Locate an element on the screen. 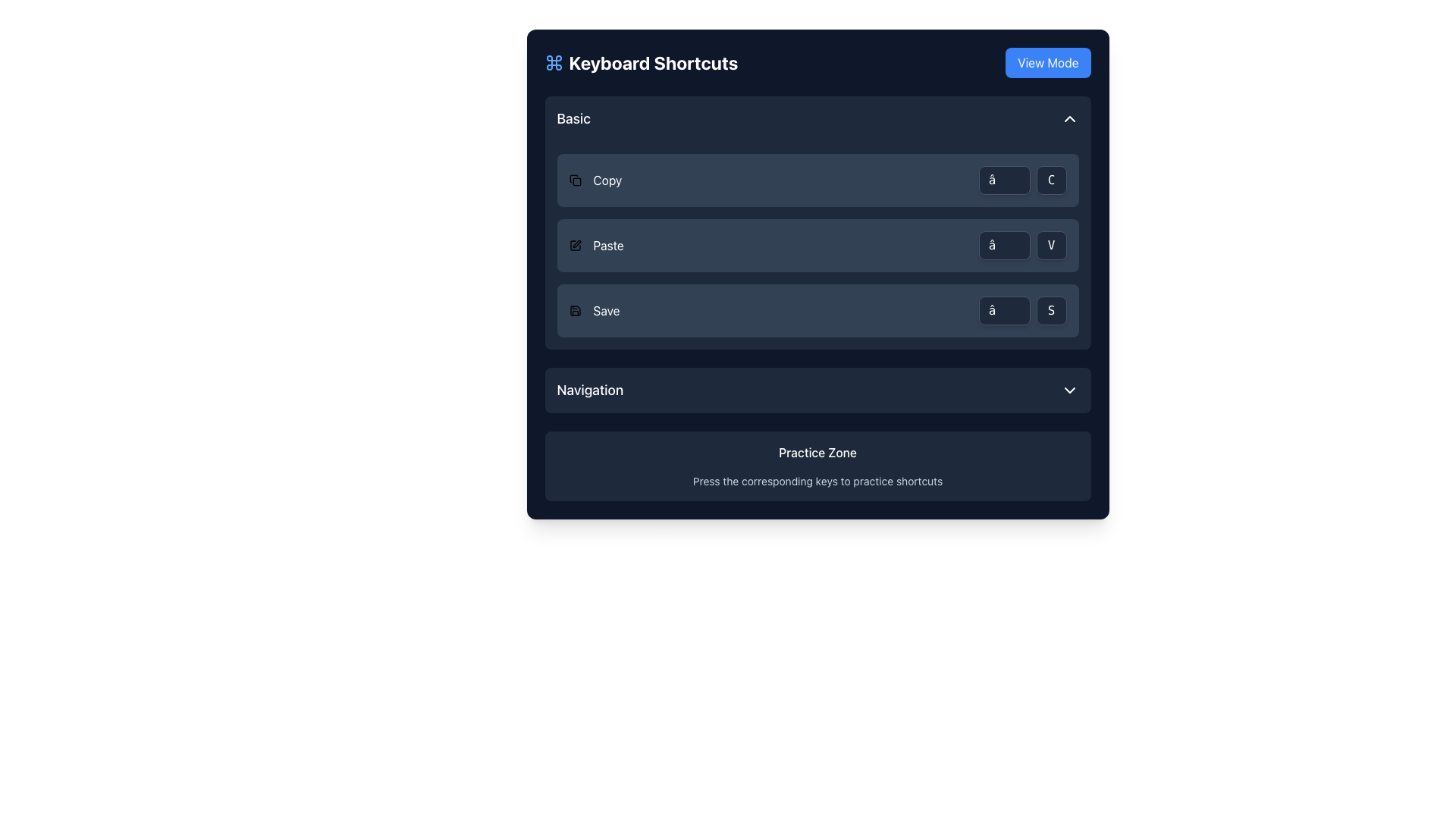 This screenshot has width=1456, height=819. the leftmost button in the 'Copy' section of the 'Keyboard Shortcuts' modal to observe its effect is located at coordinates (1004, 180).